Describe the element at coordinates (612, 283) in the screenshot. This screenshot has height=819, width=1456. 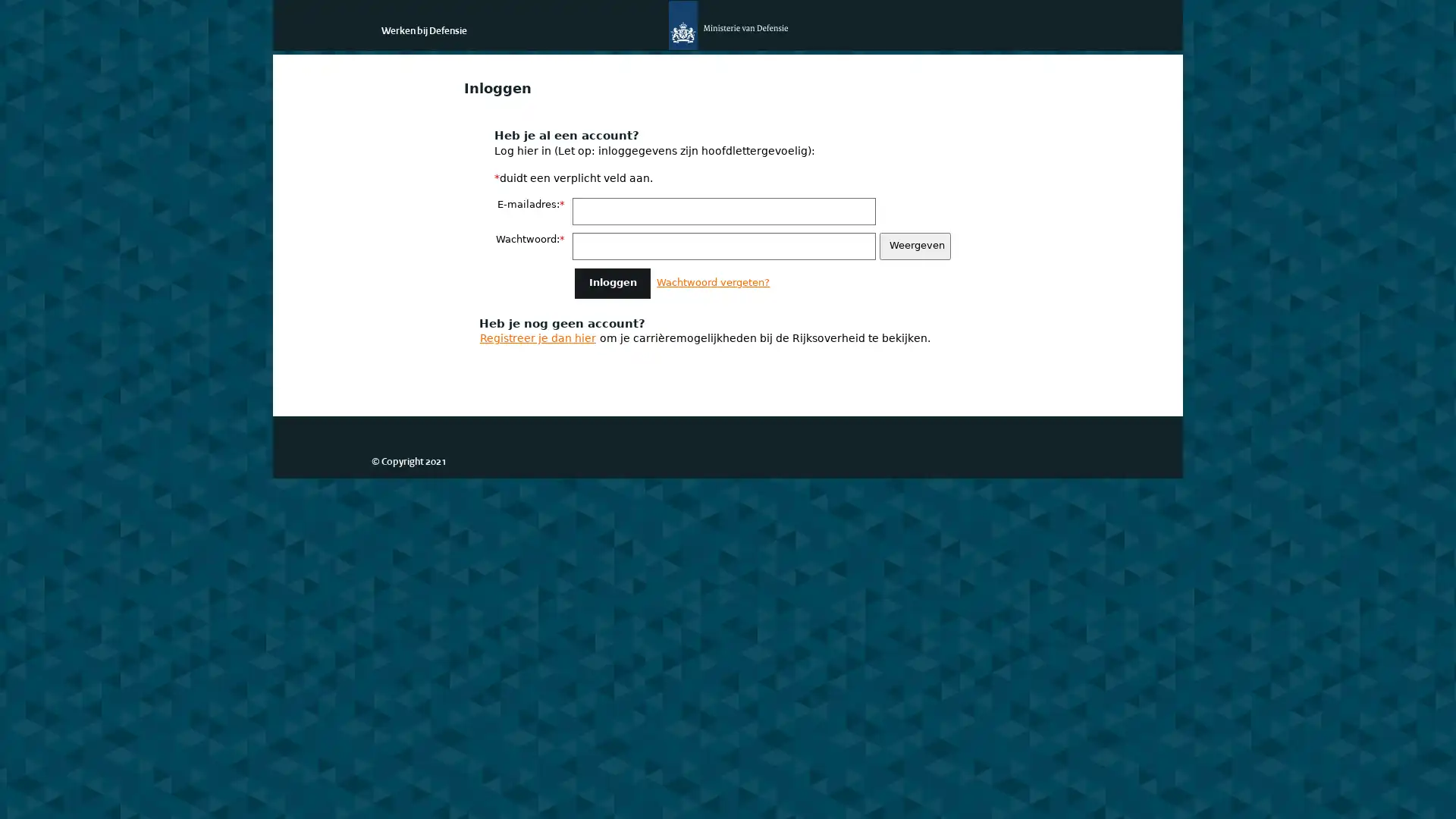
I see `Inloggen` at that location.